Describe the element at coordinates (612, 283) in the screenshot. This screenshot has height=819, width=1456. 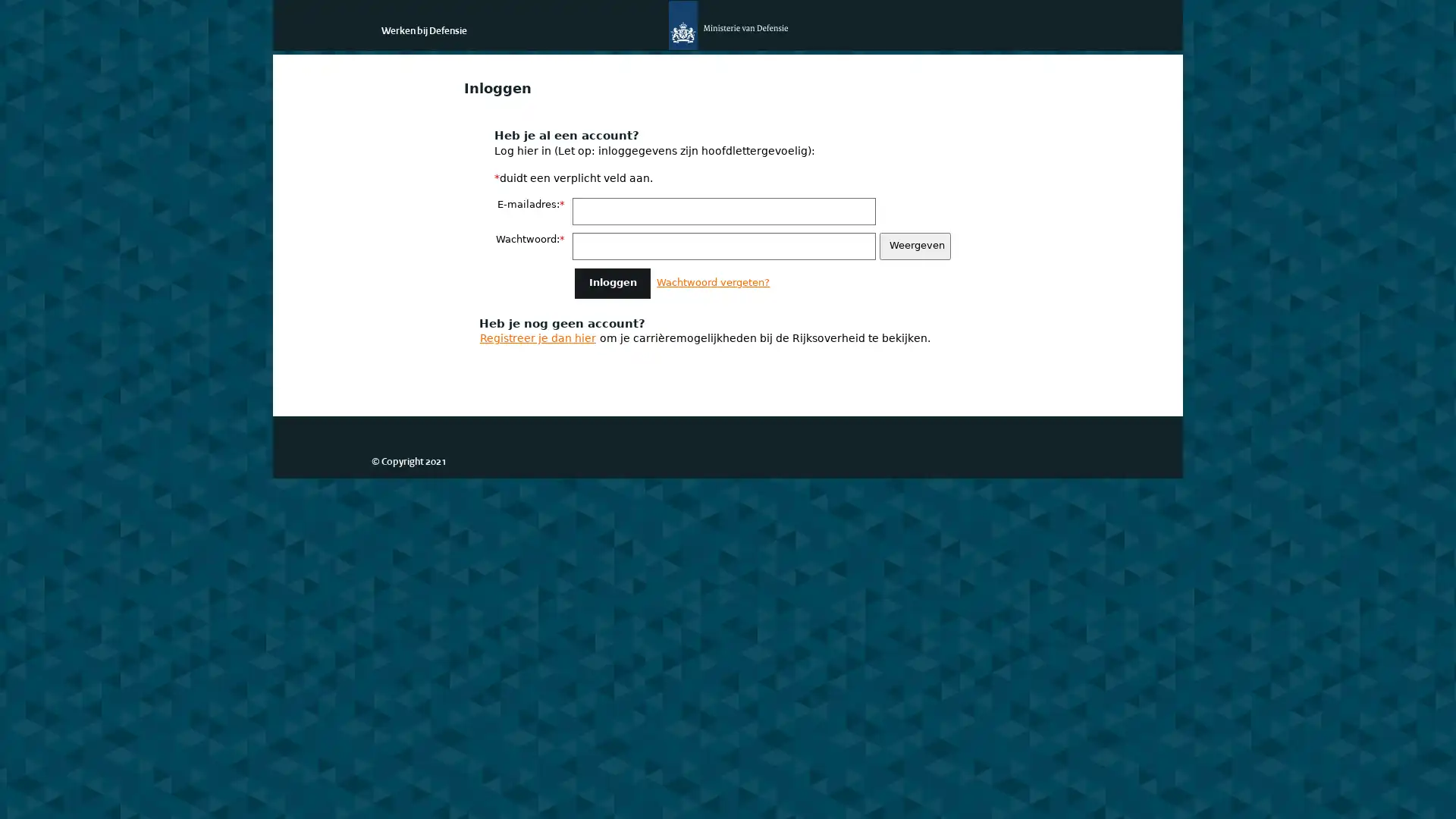
I see `Inloggen` at that location.